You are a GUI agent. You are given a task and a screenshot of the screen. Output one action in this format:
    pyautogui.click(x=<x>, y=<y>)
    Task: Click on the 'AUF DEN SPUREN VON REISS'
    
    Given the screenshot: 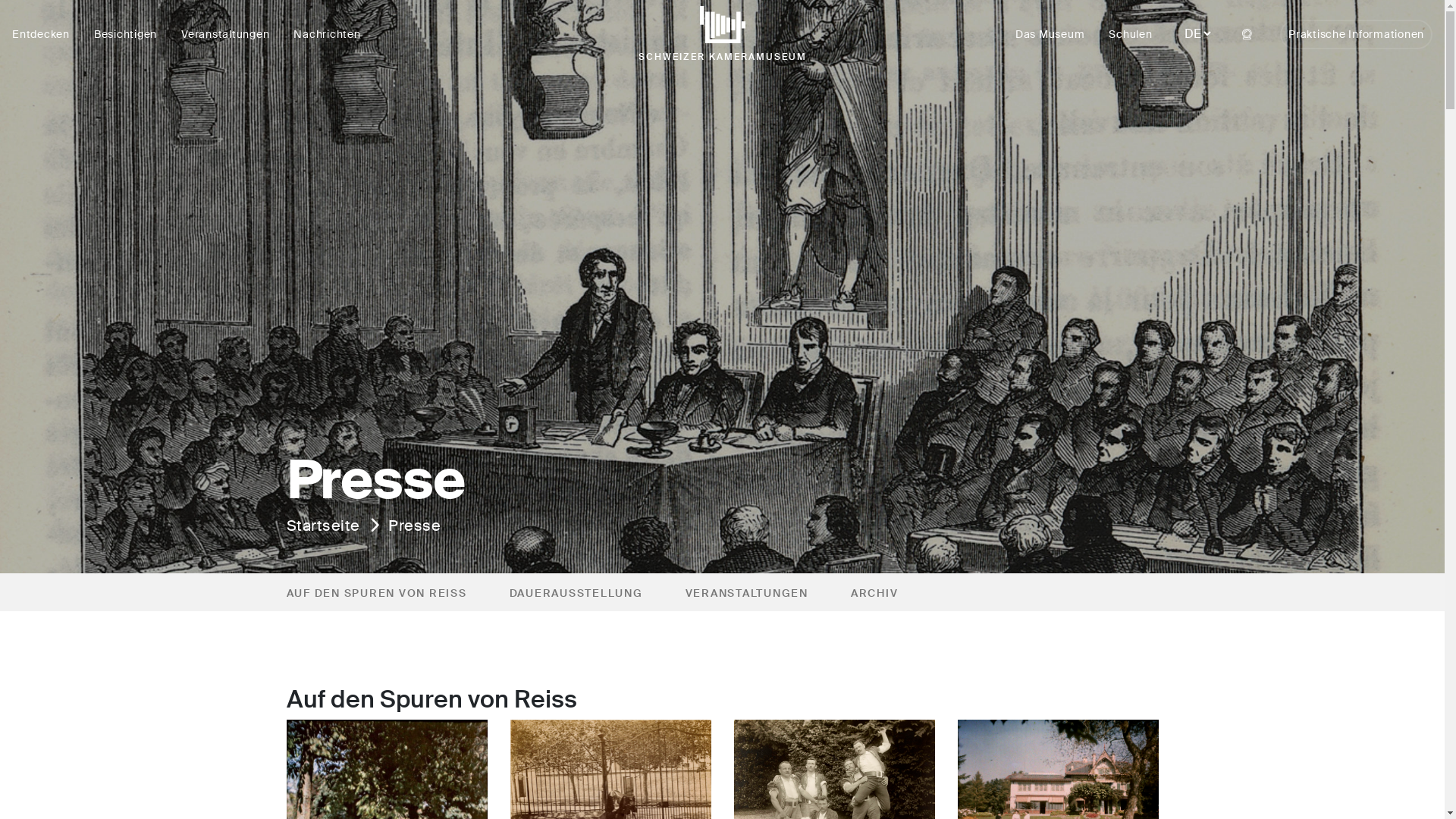 What is the action you would take?
    pyautogui.click(x=377, y=592)
    